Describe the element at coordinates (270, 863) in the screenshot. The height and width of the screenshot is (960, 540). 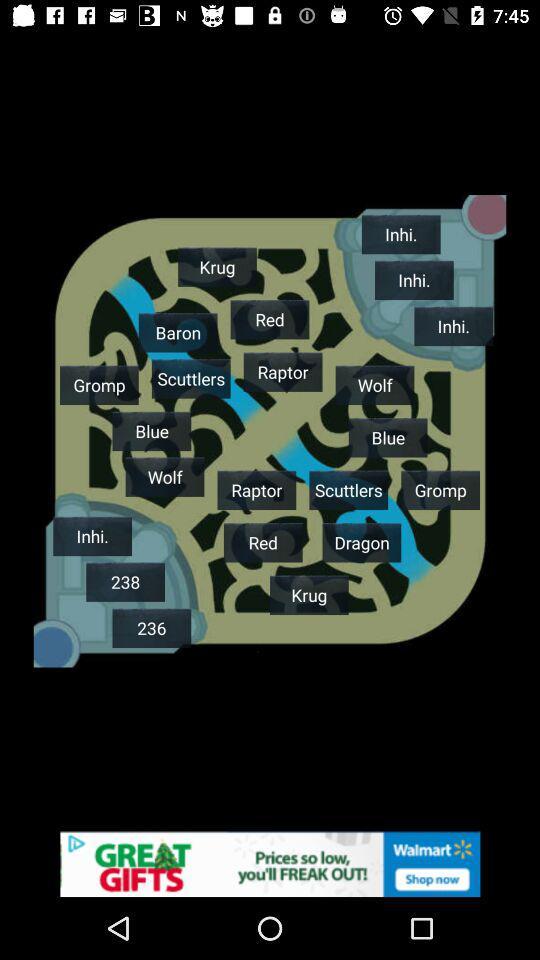
I see `advertising site` at that location.